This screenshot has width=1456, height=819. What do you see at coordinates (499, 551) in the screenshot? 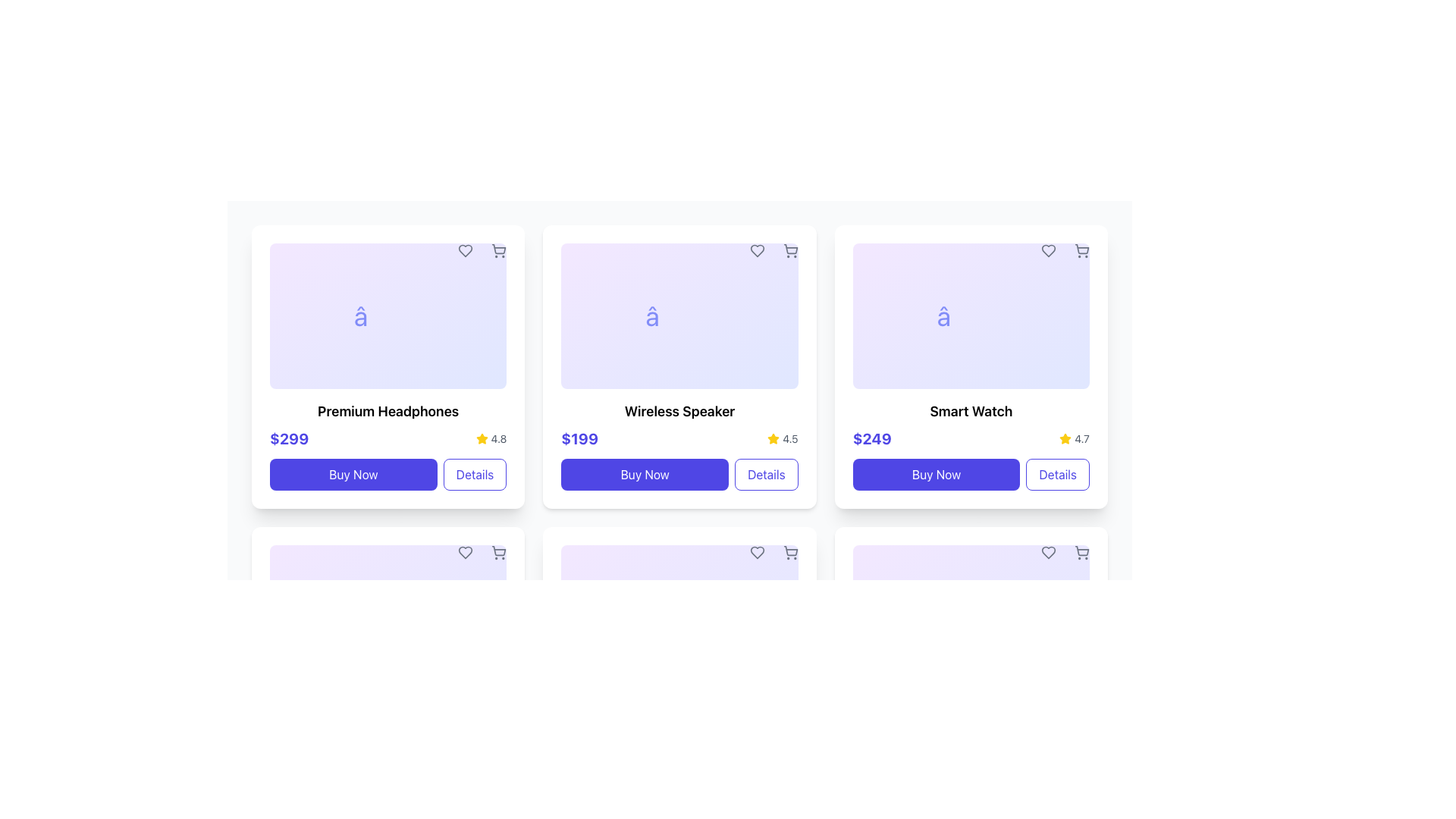
I see `the shopping cart icon located in the top-right corner of the 'Premium Headphones' card` at bounding box center [499, 551].